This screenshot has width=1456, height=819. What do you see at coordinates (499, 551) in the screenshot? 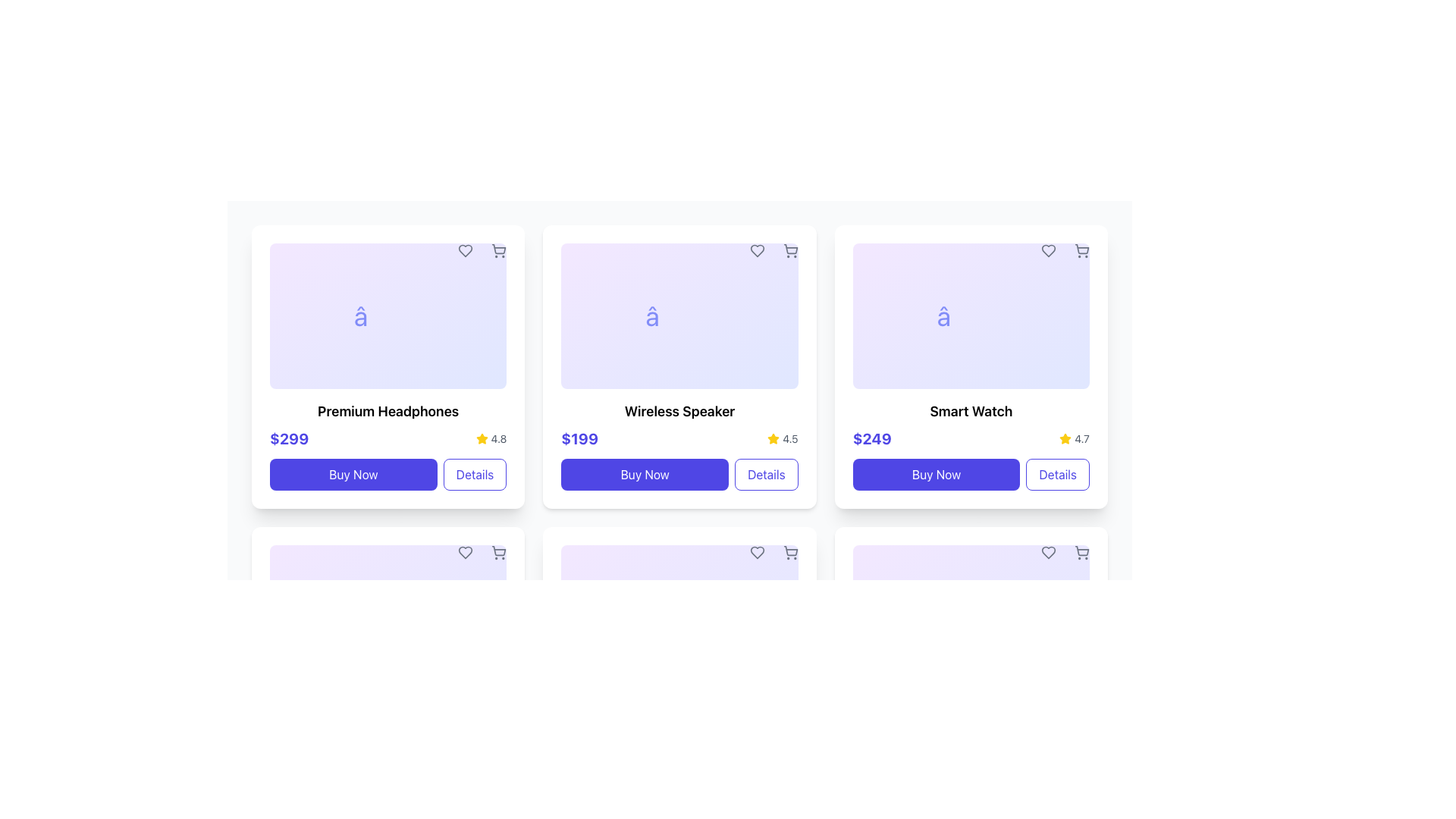
I see `the shopping cart icon located in the top-right corner of the 'Premium Headphones' card` at bounding box center [499, 551].